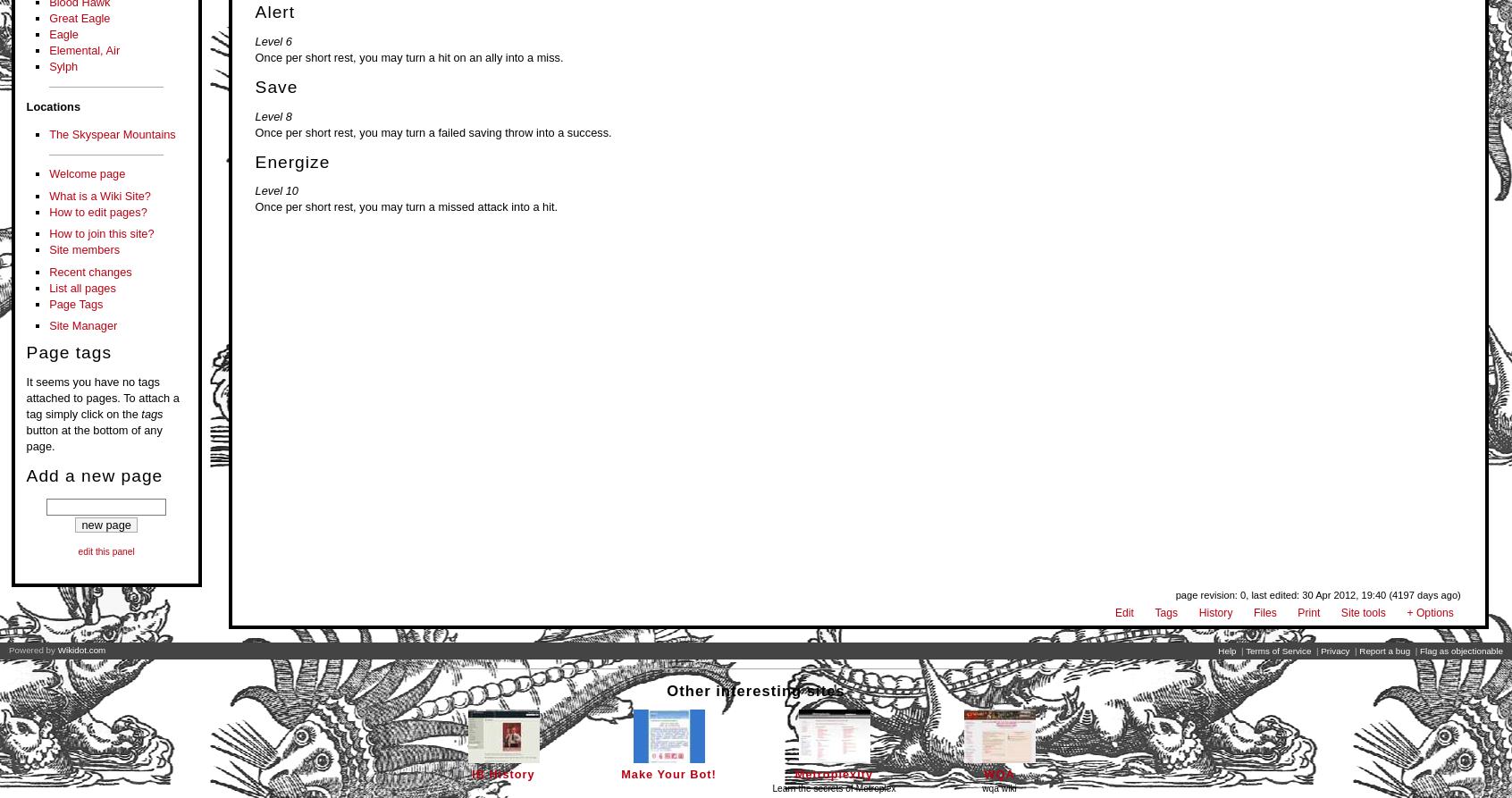 Image resolution: width=1512 pixels, height=798 pixels. Describe the element at coordinates (47, 303) in the screenshot. I see `'Page Tags'` at that location.